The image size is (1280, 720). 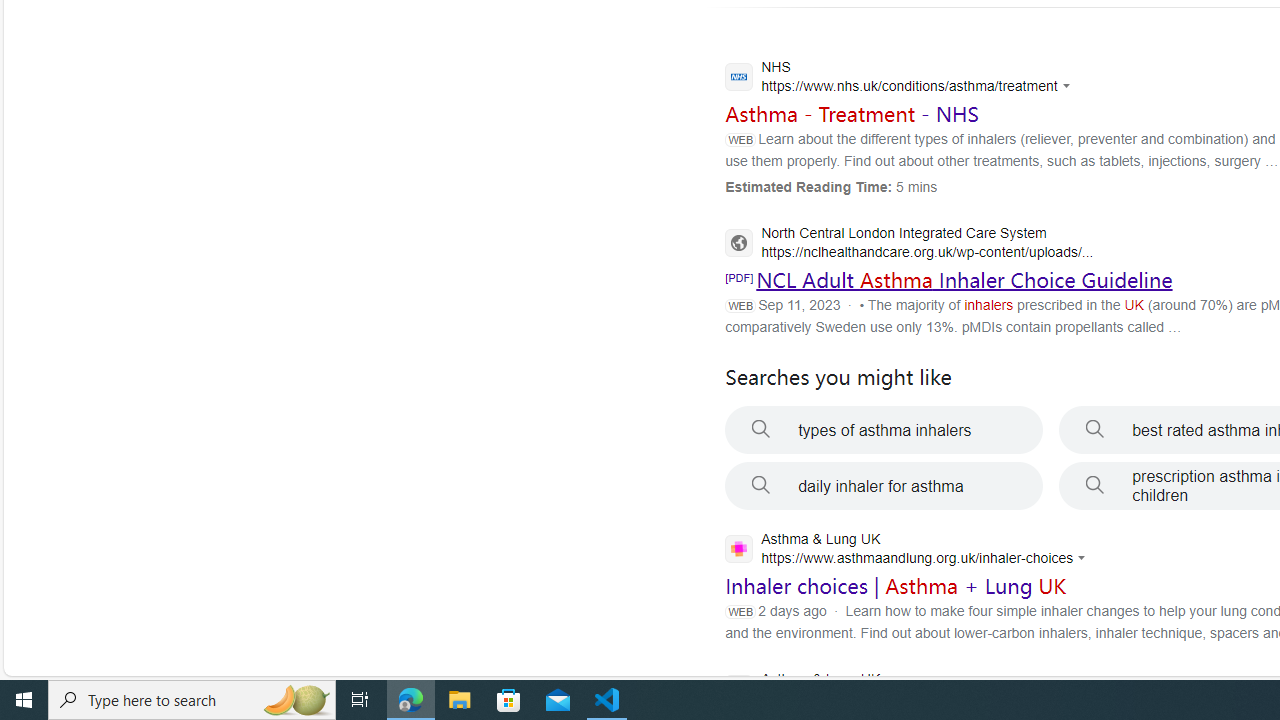 I want to click on 'Actions for this site', so click(x=1083, y=558).